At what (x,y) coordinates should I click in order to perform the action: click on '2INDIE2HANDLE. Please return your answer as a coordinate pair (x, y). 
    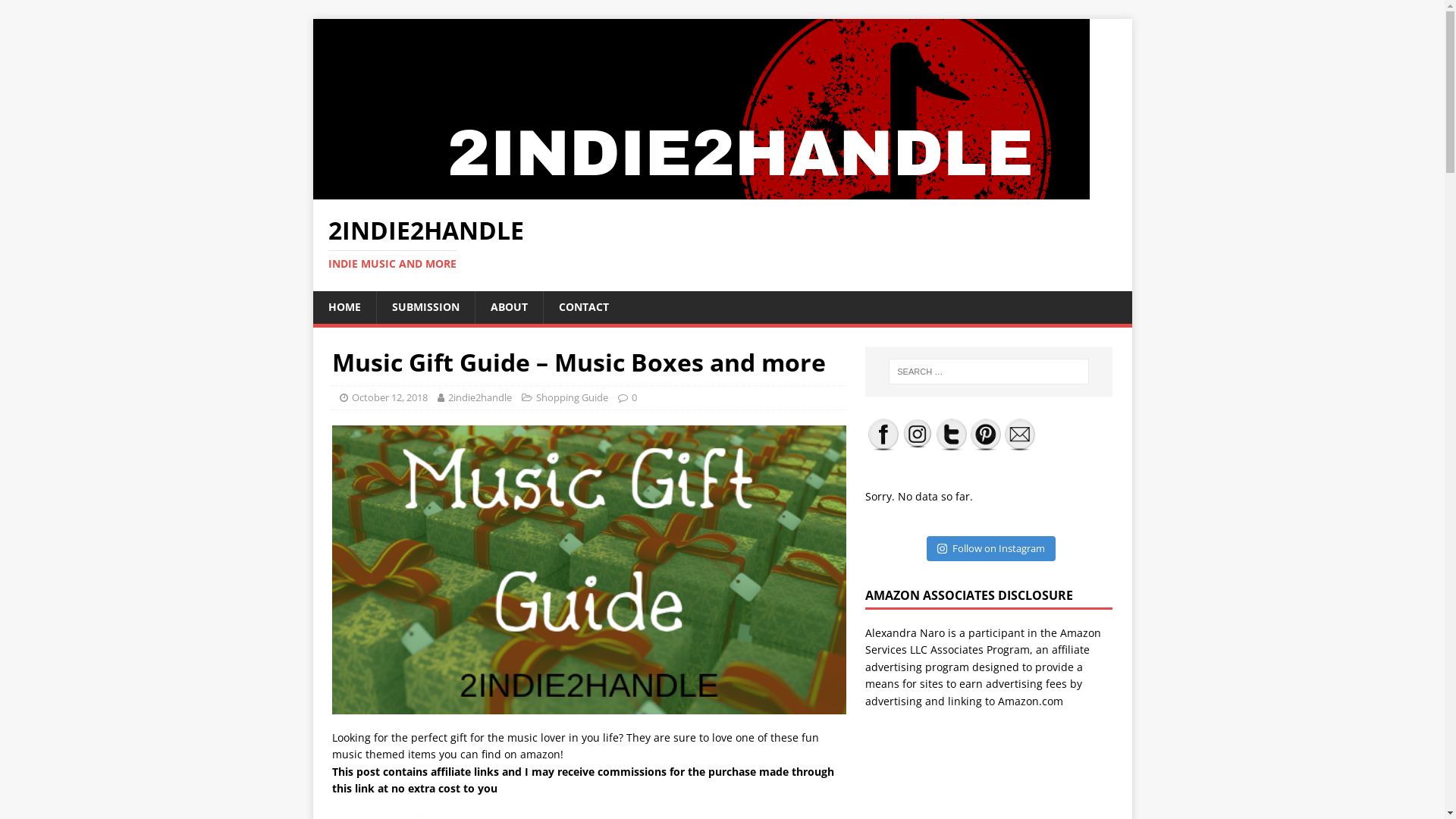
    Looking at the image, I should click on (720, 243).